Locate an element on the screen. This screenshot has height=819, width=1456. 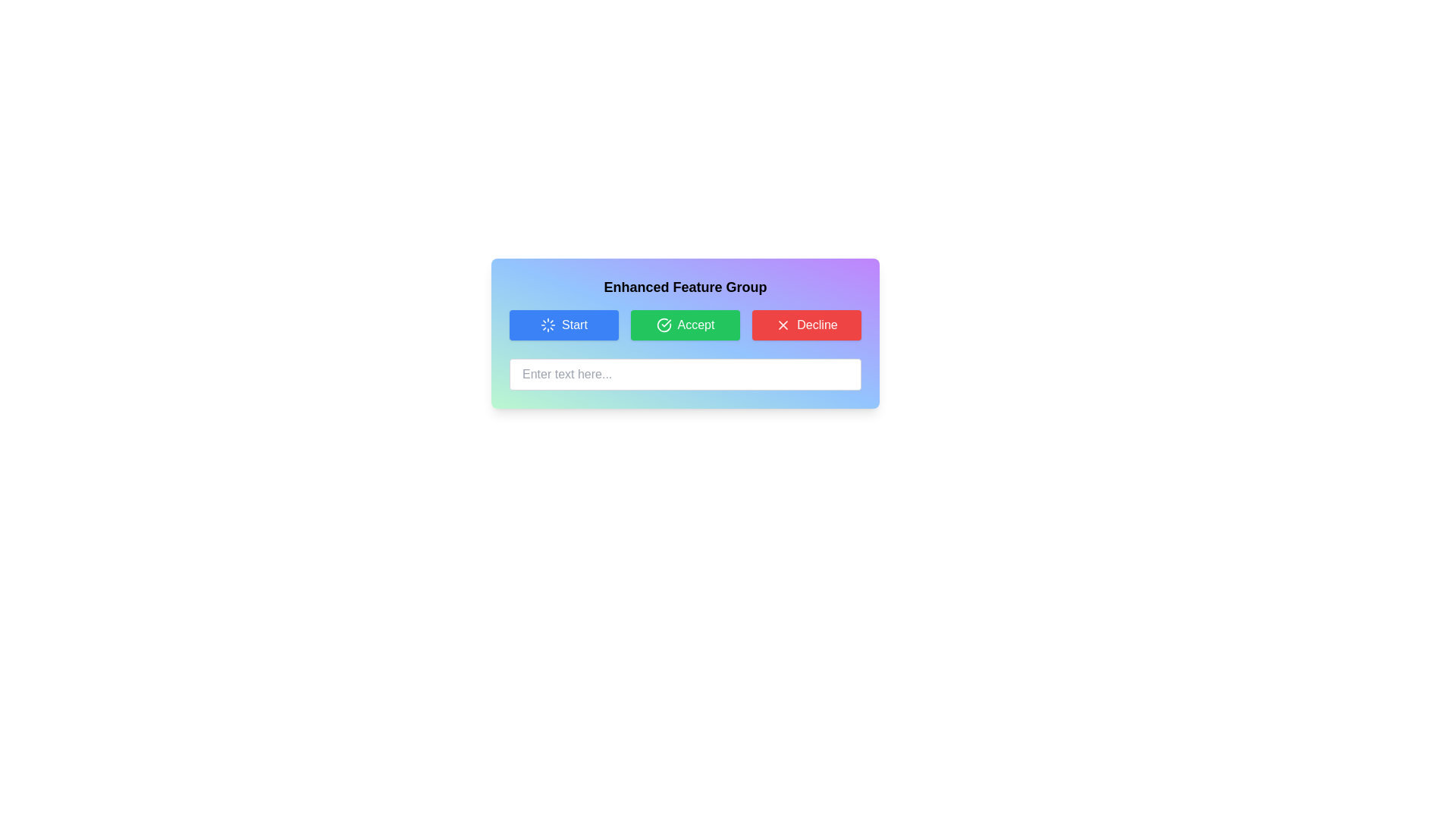
the text label that displays 'Start' in white text on a blue button located in the top-left section of the interface, positioned next to a loading spinner icon is located at coordinates (574, 324).